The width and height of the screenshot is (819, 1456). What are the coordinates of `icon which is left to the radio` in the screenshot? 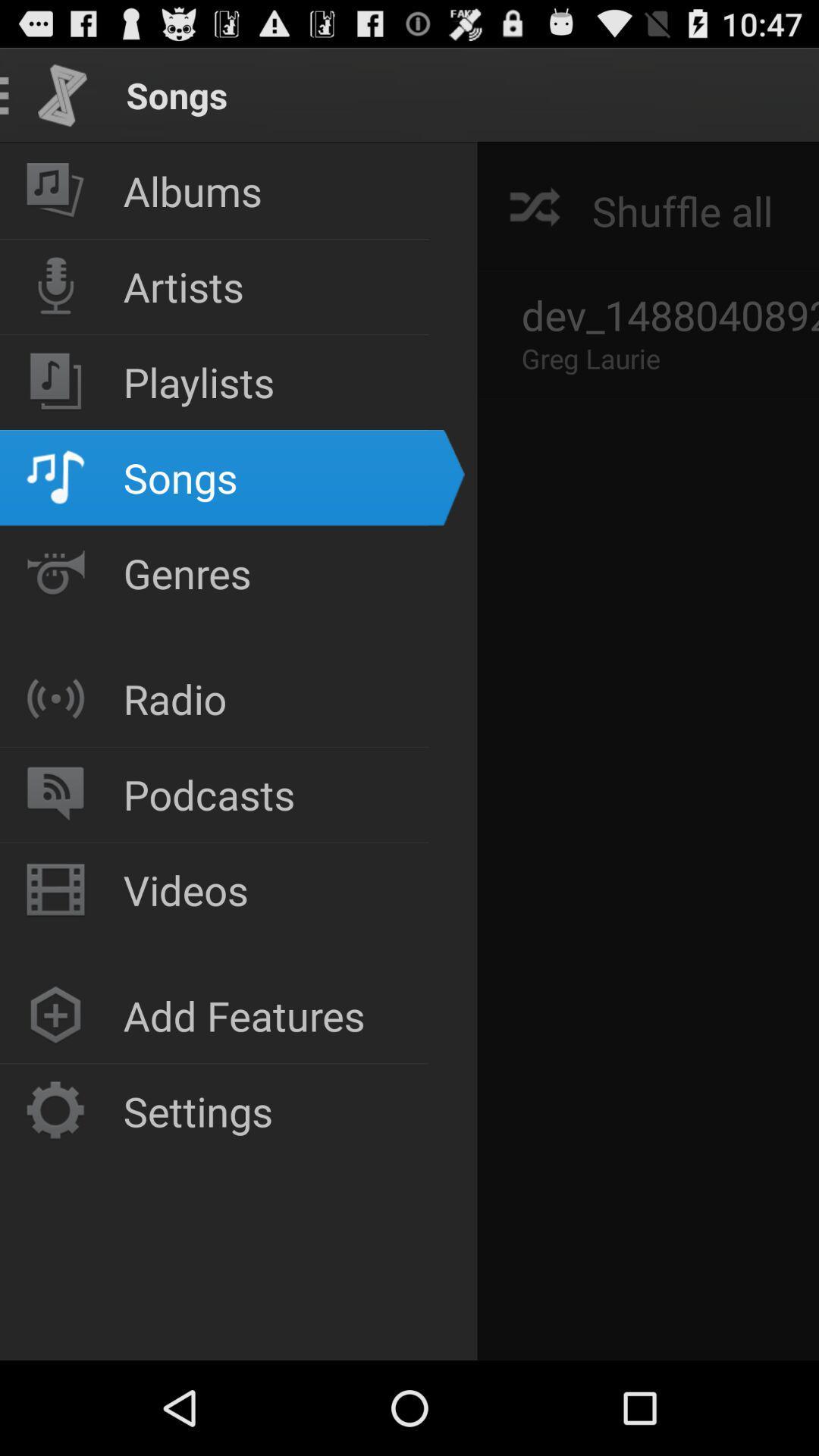 It's located at (55, 698).